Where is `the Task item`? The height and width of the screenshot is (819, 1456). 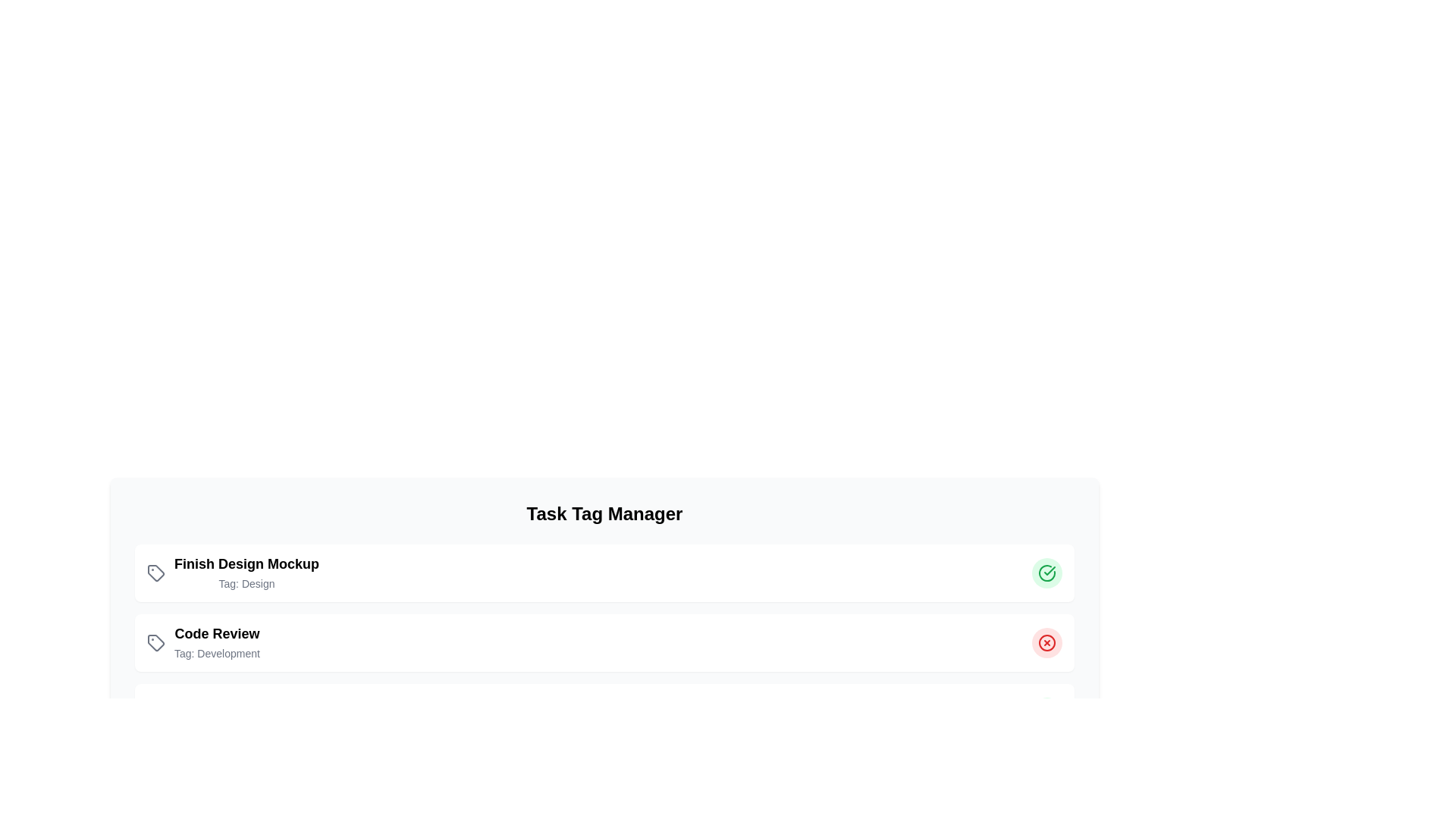 the Task item is located at coordinates (202, 643).